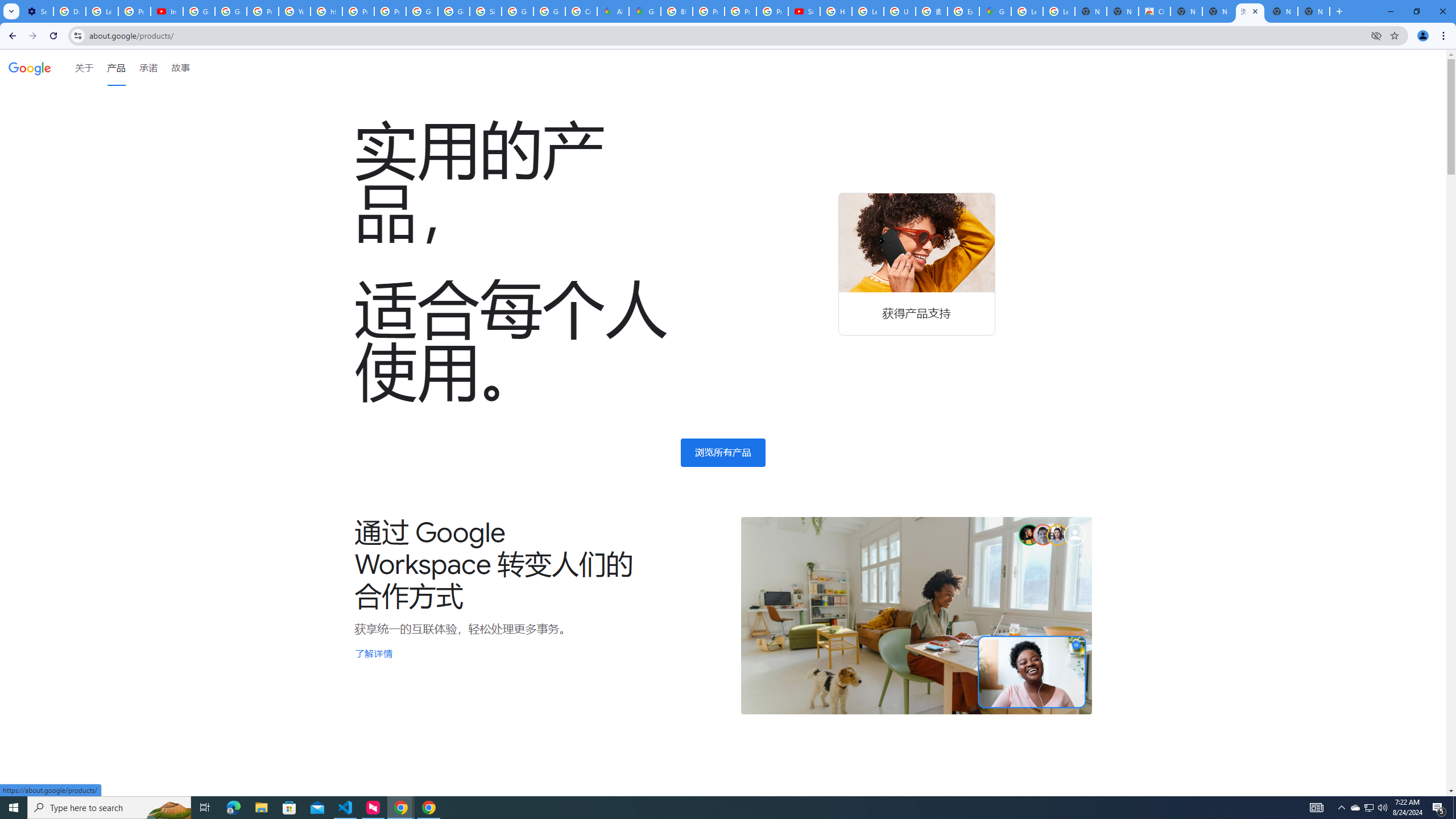  What do you see at coordinates (804, 11) in the screenshot?
I see `'Subscriptions - YouTube'` at bounding box center [804, 11].